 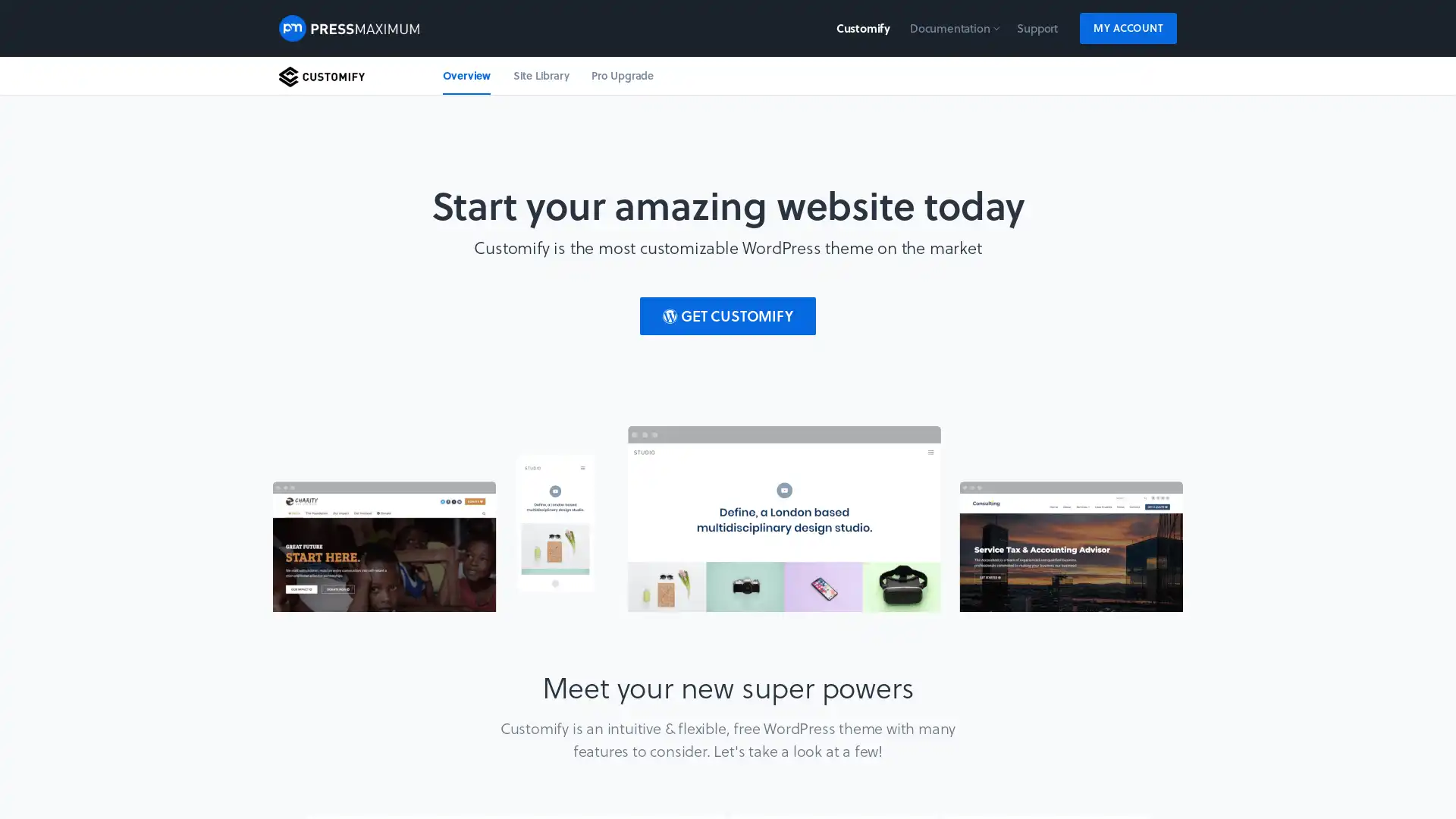 What do you see at coordinates (726, 315) in the screenshot?
I see `GET CUSTOMIFY` at bounding box center [726, 315].